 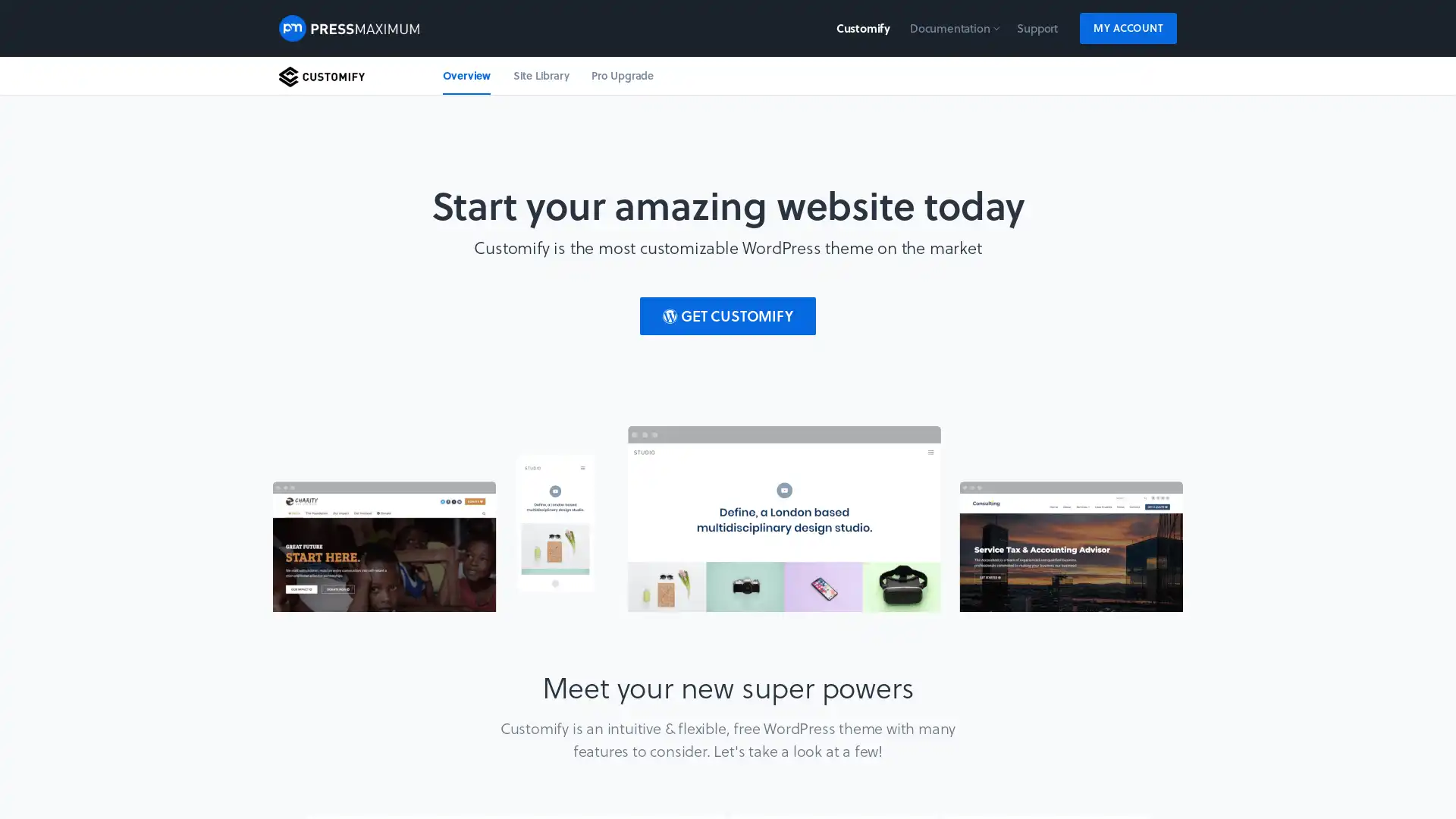 What do you see at coordinates (726, 315) in the screenshot?
I see `GET CUSTOMIFY` at bounding box center [726, 315].